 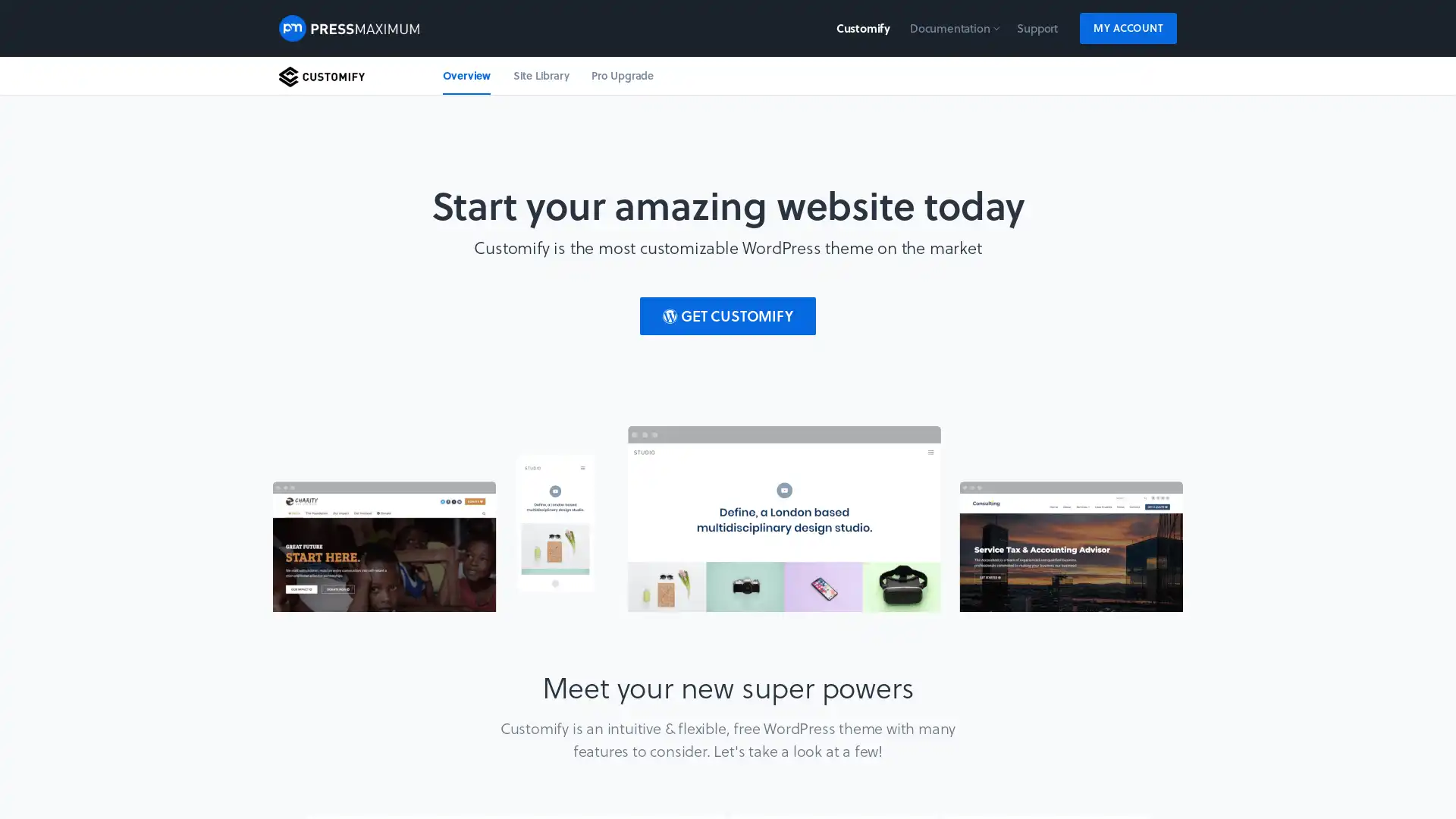 What do you see at coordinates (726, 315) in the screenshot?
I see `GET CUSTOMIFY` at bounding box center [726, 315].